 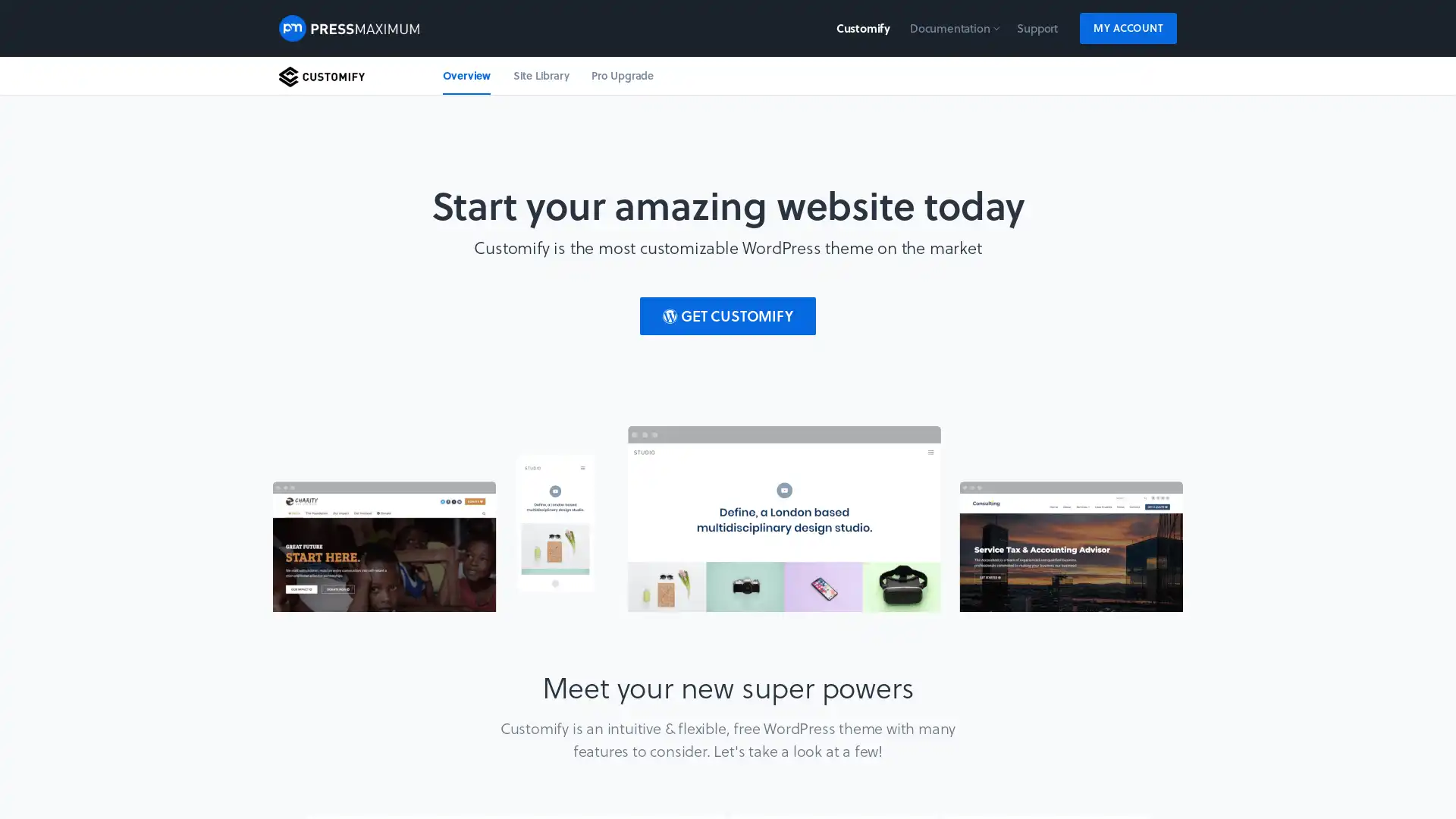 What do you see at coordinates (726, 315) in the screenshot?
I see `GET CUSTOMIFY` at bounding box center [726, 315].